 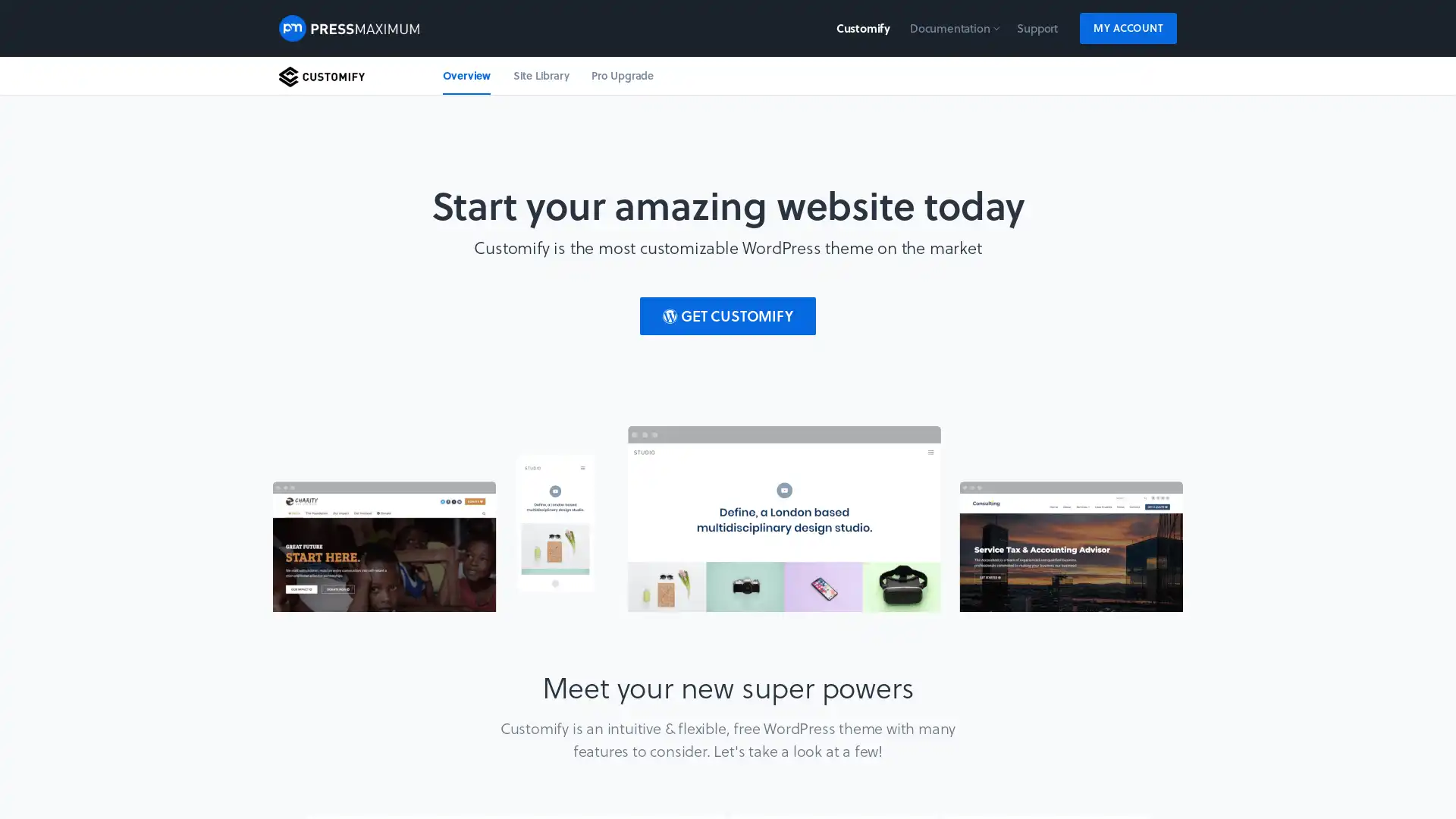 What do you see at coordinates (726, 315) in the screenshot?
I see `GET CUSTOMIFY` at bounding box center [726, 315].